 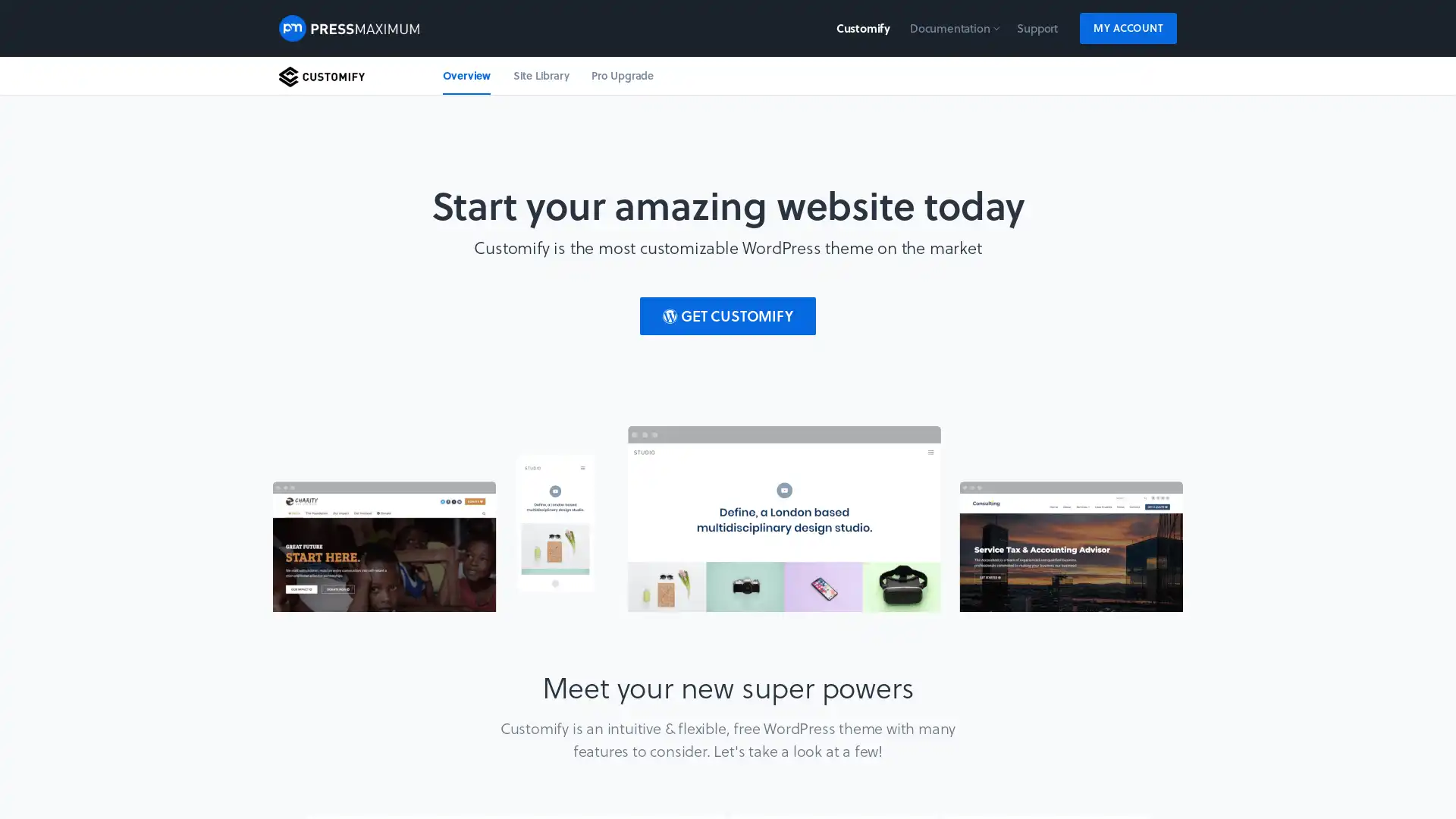 What do you see at coordinates (726, 315) in the screenshot?
I see `GET CUSTOMIFY` at bounding box center [726, 315].